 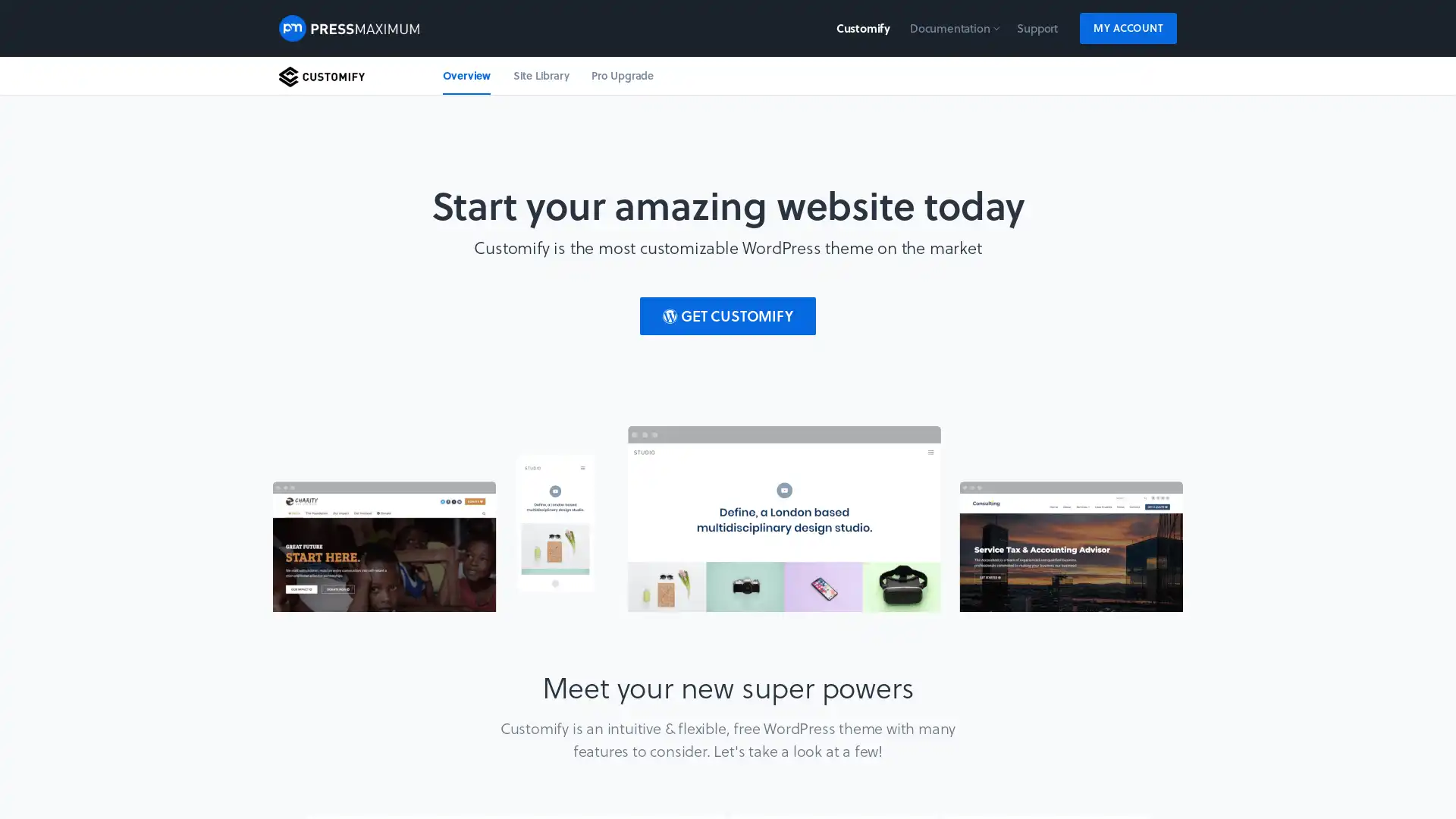 What do you see at coordinates (726, 315) in the screenshot?
I see `GET CUSTOMIFY` at bounding box center [726, 315].